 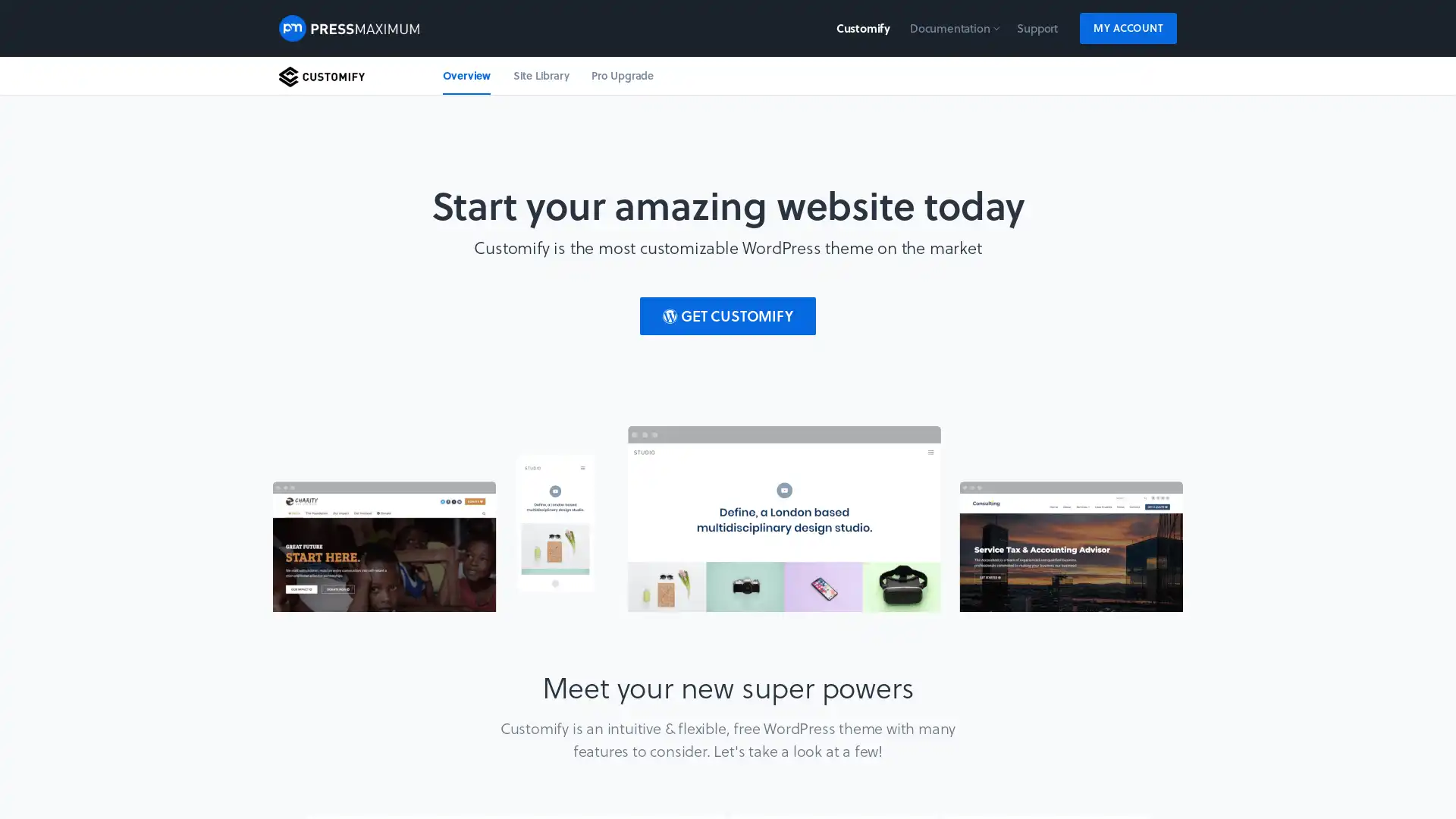 What do you see at coordinates (726, 315) in the screenshot?
I see `GET CUSTOMIFY` at bounding box center [726, 315].